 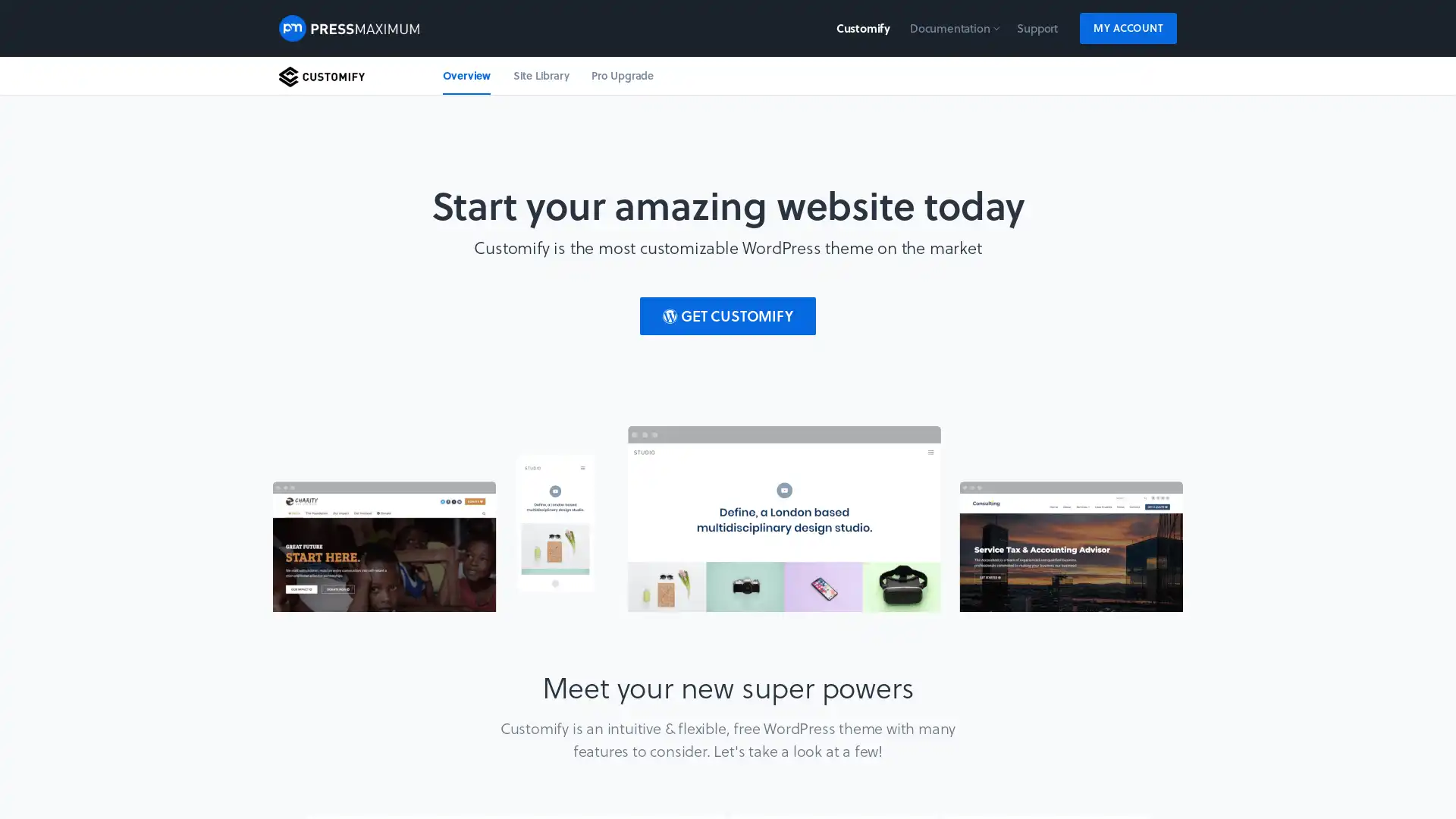 What do you see at coordinates (726, 315) in the screenshot?
I see `GET CUSTOMIFY` at bounding box center [726, 315].